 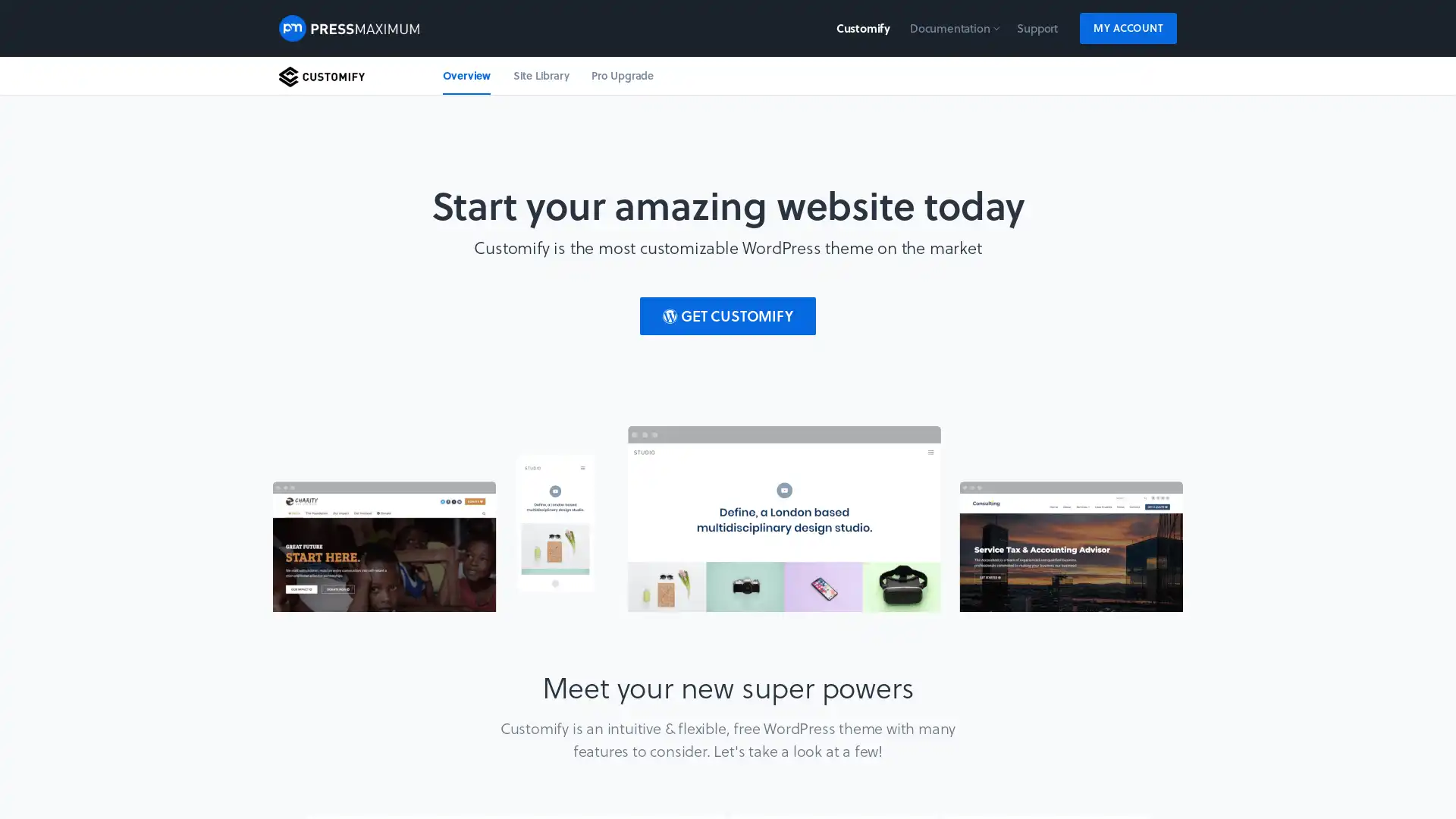 What do you see at coordinates (726, 315) in the screenshot?
I see `GET CUSTOMIFY` at bounding box center [726, 315].